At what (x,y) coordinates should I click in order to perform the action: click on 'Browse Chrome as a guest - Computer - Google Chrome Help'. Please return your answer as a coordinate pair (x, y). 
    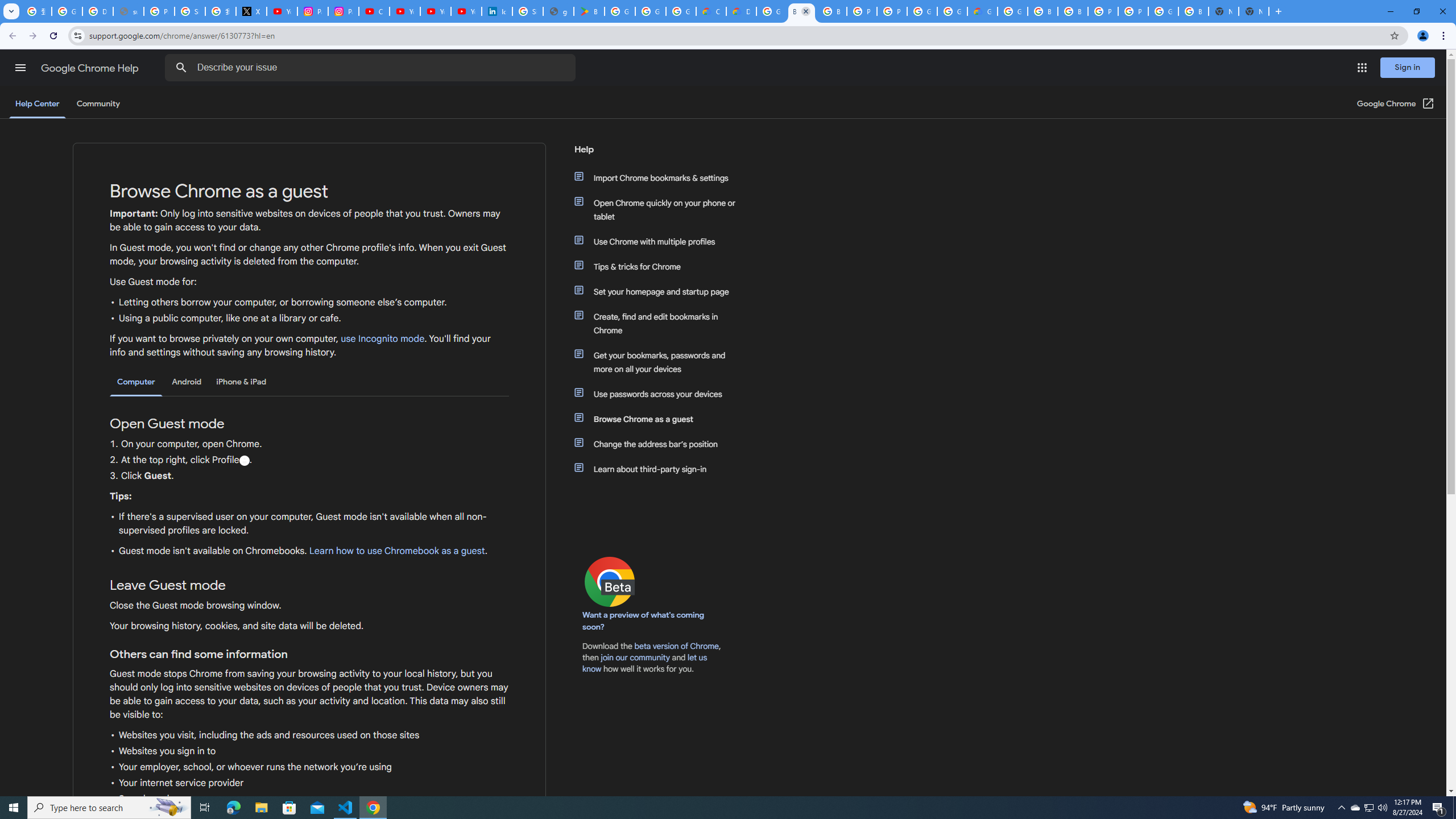
    Looking at the image, I should click on (830, 11).